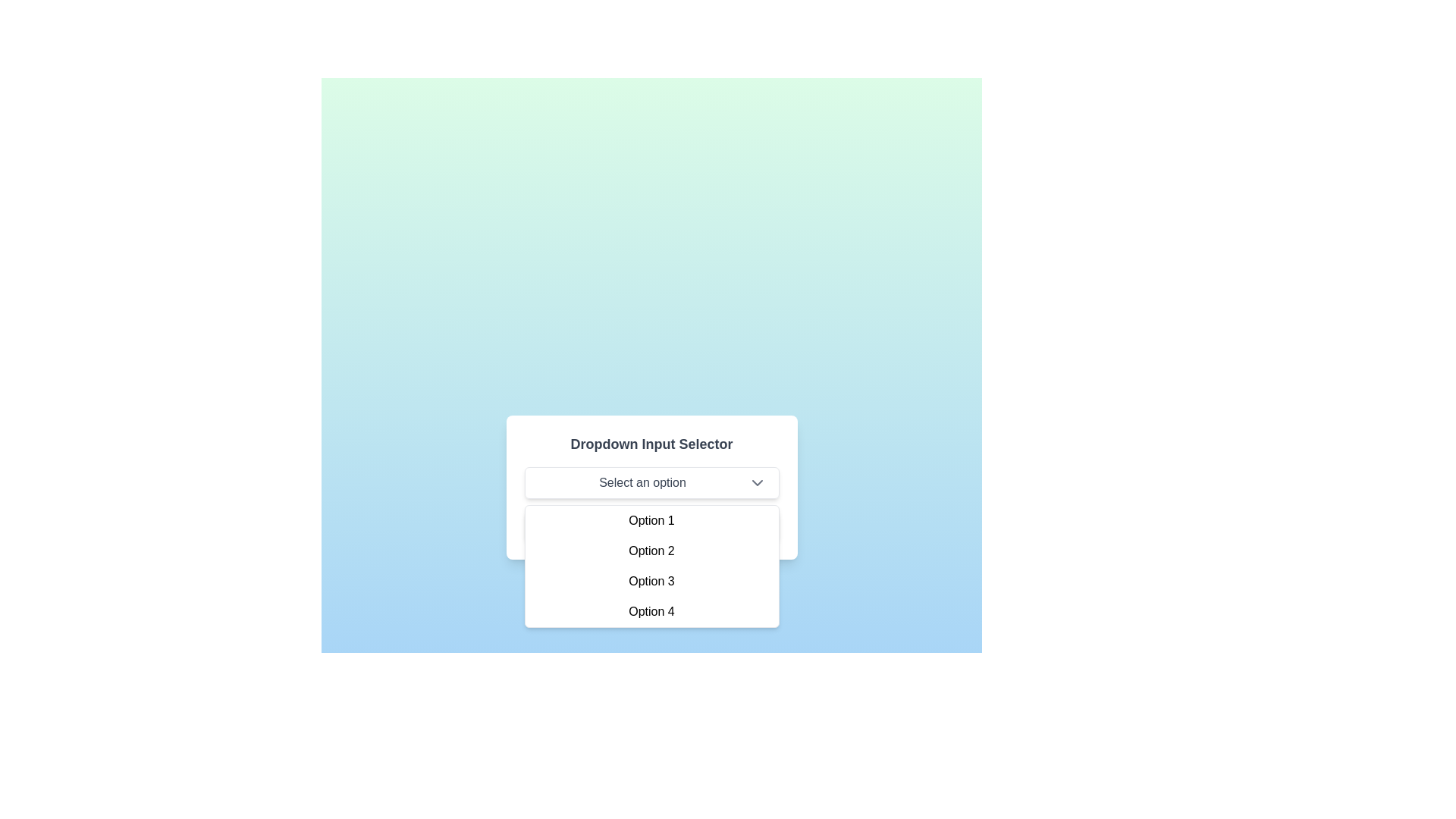 This screenshot has width=1456, height=819. Describe the element at coordinates (651, 444) in the screenshot. I see `the title text element that serves as a label for the dropdown interface, positioned at the top-center, directly above the 'Select an option' dropdown field` at that location.